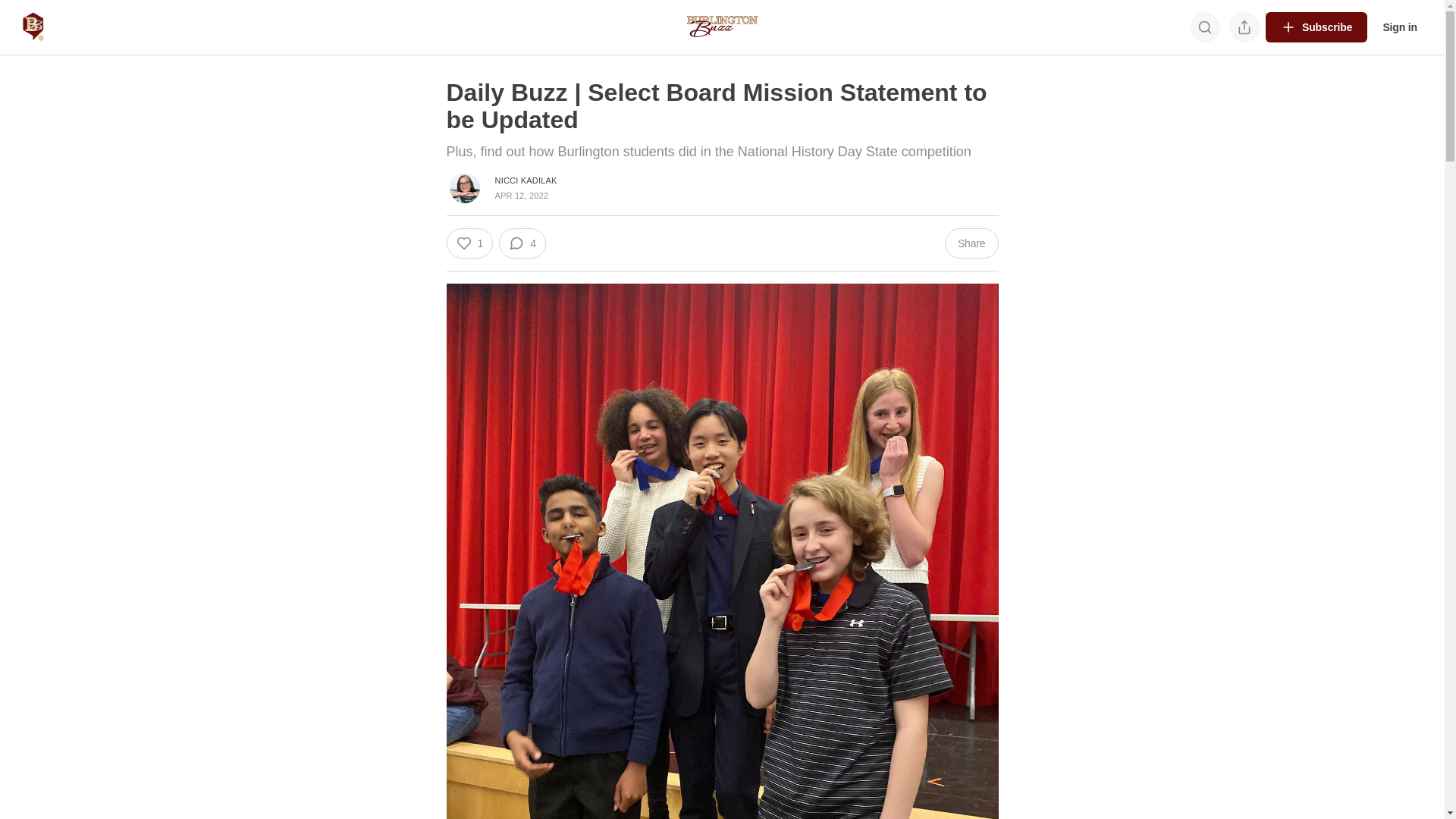  Describe the element at coordinates (469, 242) in the screenshot. I see `'1'` at that location.